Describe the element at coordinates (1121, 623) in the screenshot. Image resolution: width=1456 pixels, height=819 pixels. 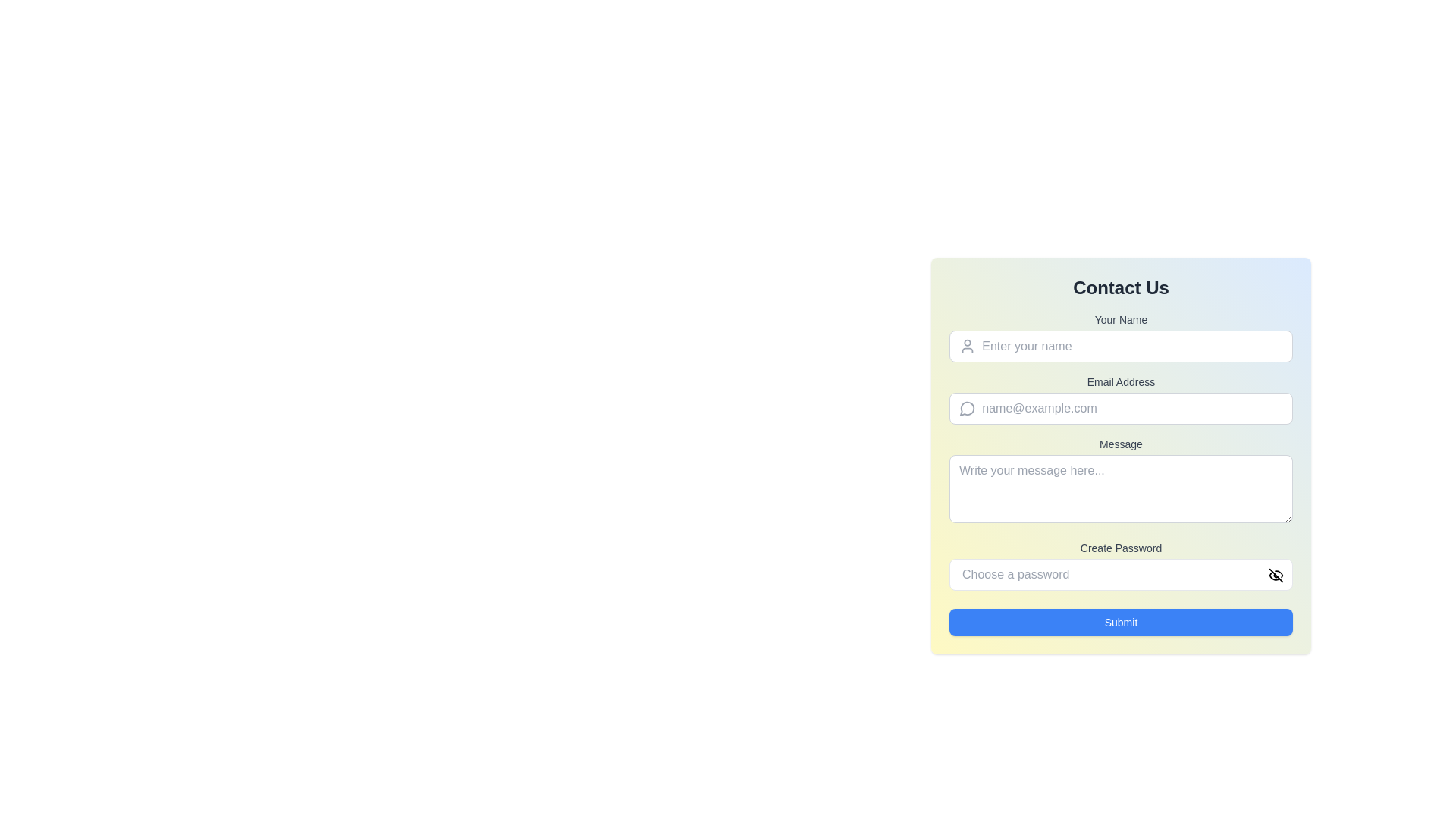
I see `the 'Submit' button, which is a rectangular button with a blue background and white text, located at the bottom of the form below the 'Create Password' field` at that location.